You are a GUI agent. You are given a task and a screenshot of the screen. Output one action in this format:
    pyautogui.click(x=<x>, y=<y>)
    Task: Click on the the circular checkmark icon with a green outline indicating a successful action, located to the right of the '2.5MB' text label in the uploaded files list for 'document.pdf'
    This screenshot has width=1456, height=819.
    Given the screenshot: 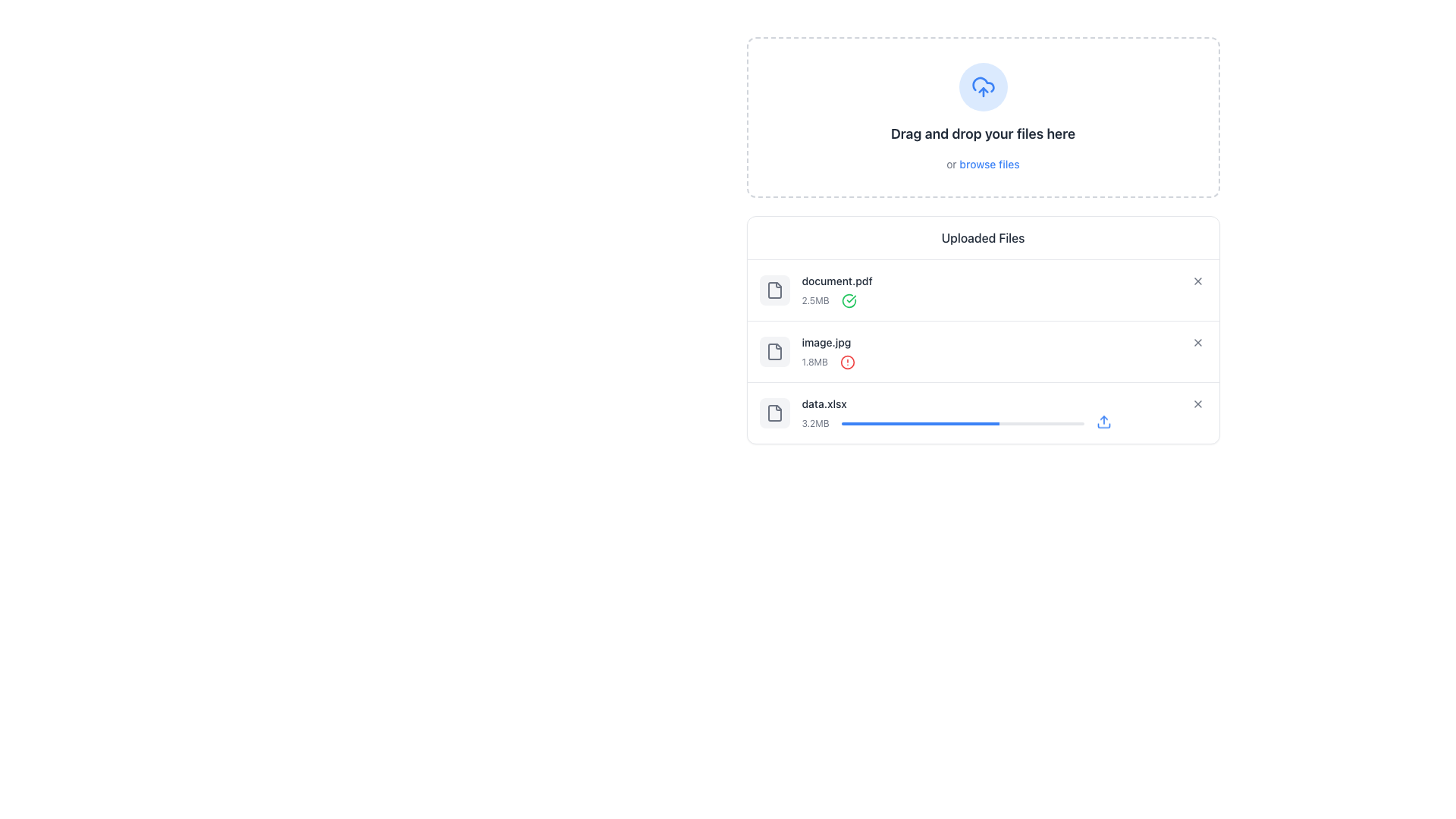 What is the action you would take?
    pyautogui.click(x=848, y=301)
    